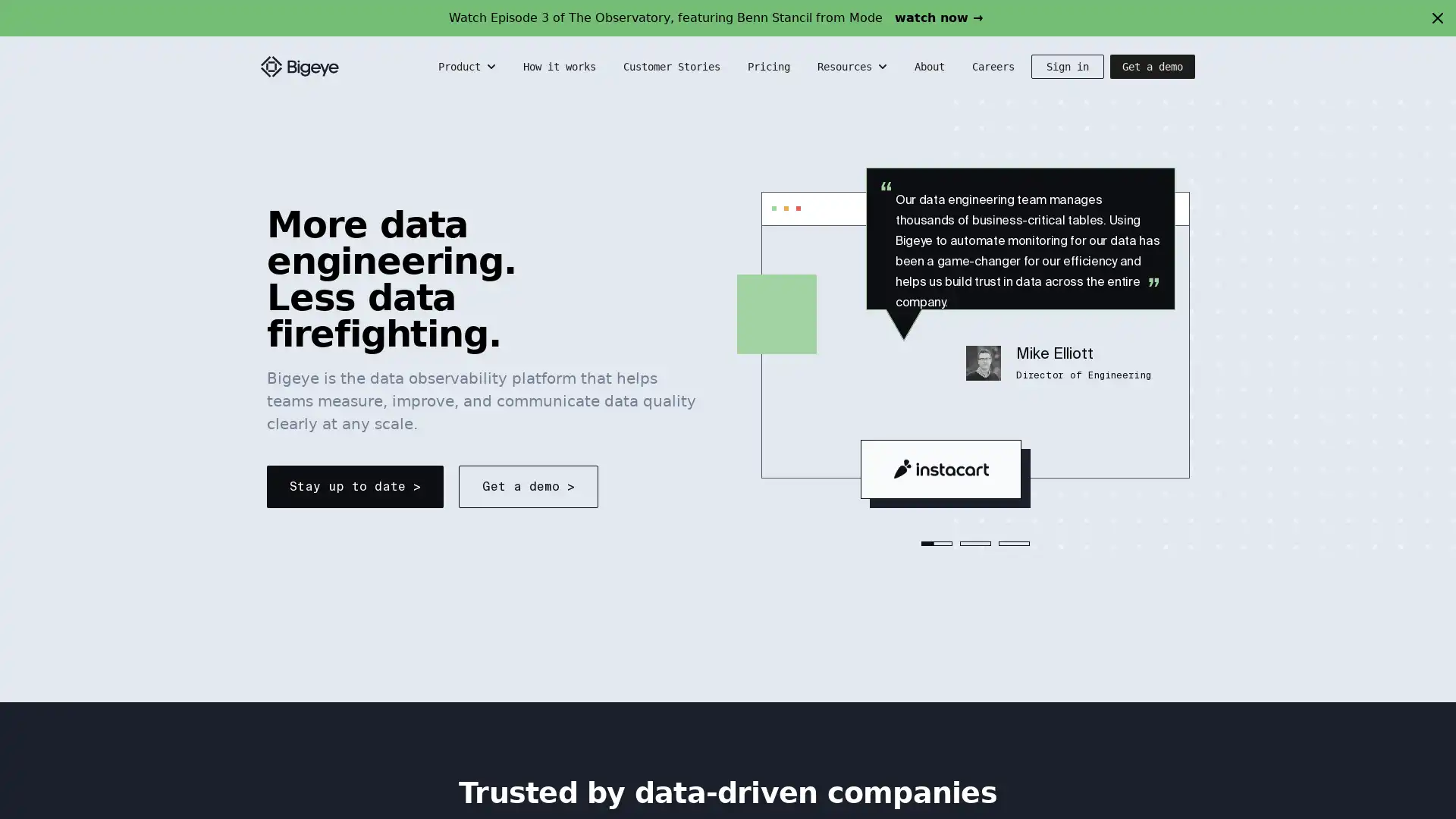  Describe the element at coordinates (1153, 66) in the screenshot. I see `Get a demo` at that location.